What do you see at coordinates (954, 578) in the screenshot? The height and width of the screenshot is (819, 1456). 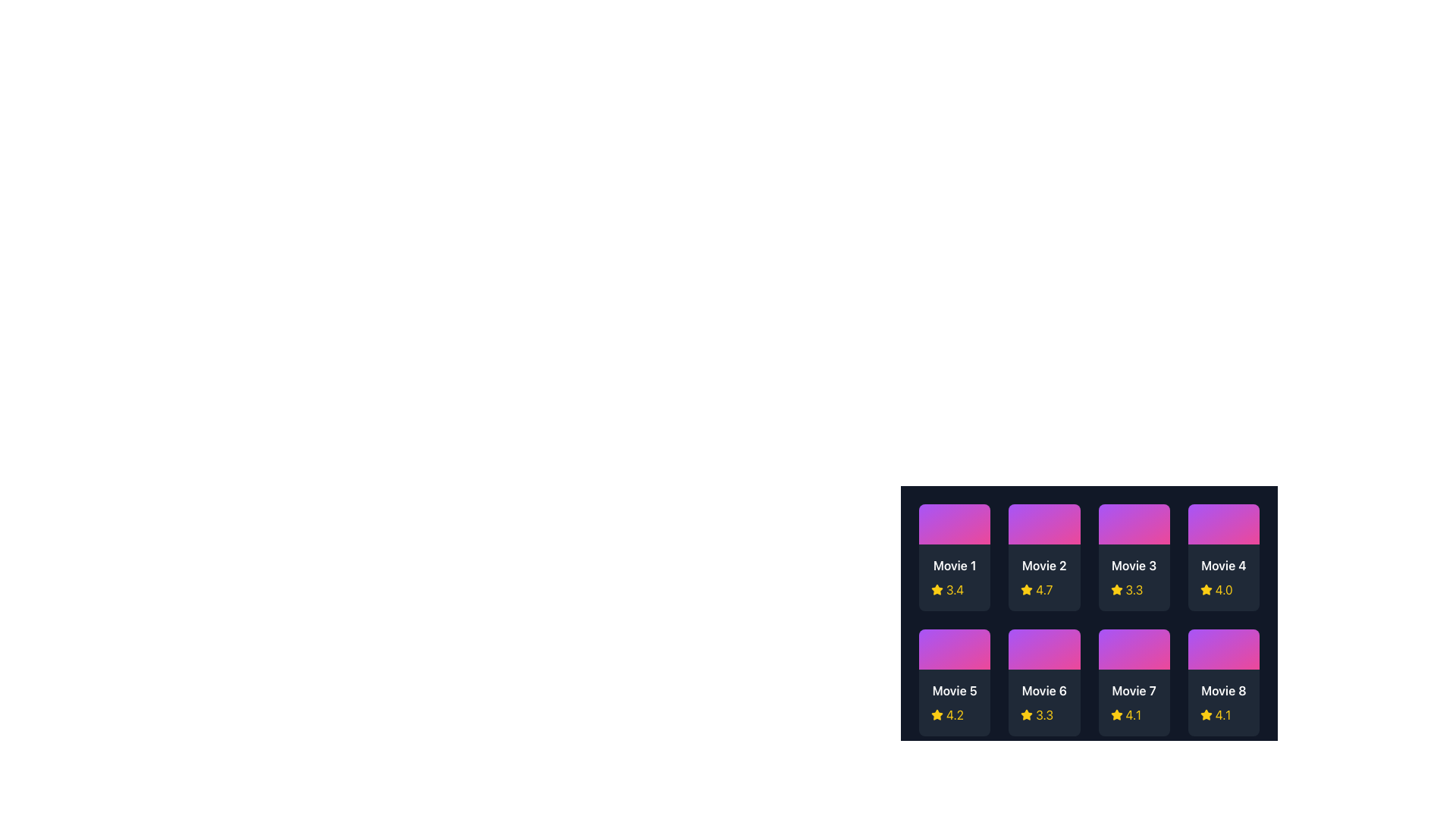 I see `the Information card displaying a movie's title and rating, located at the top-left corner of the grid` at bounding box center [954, 578].